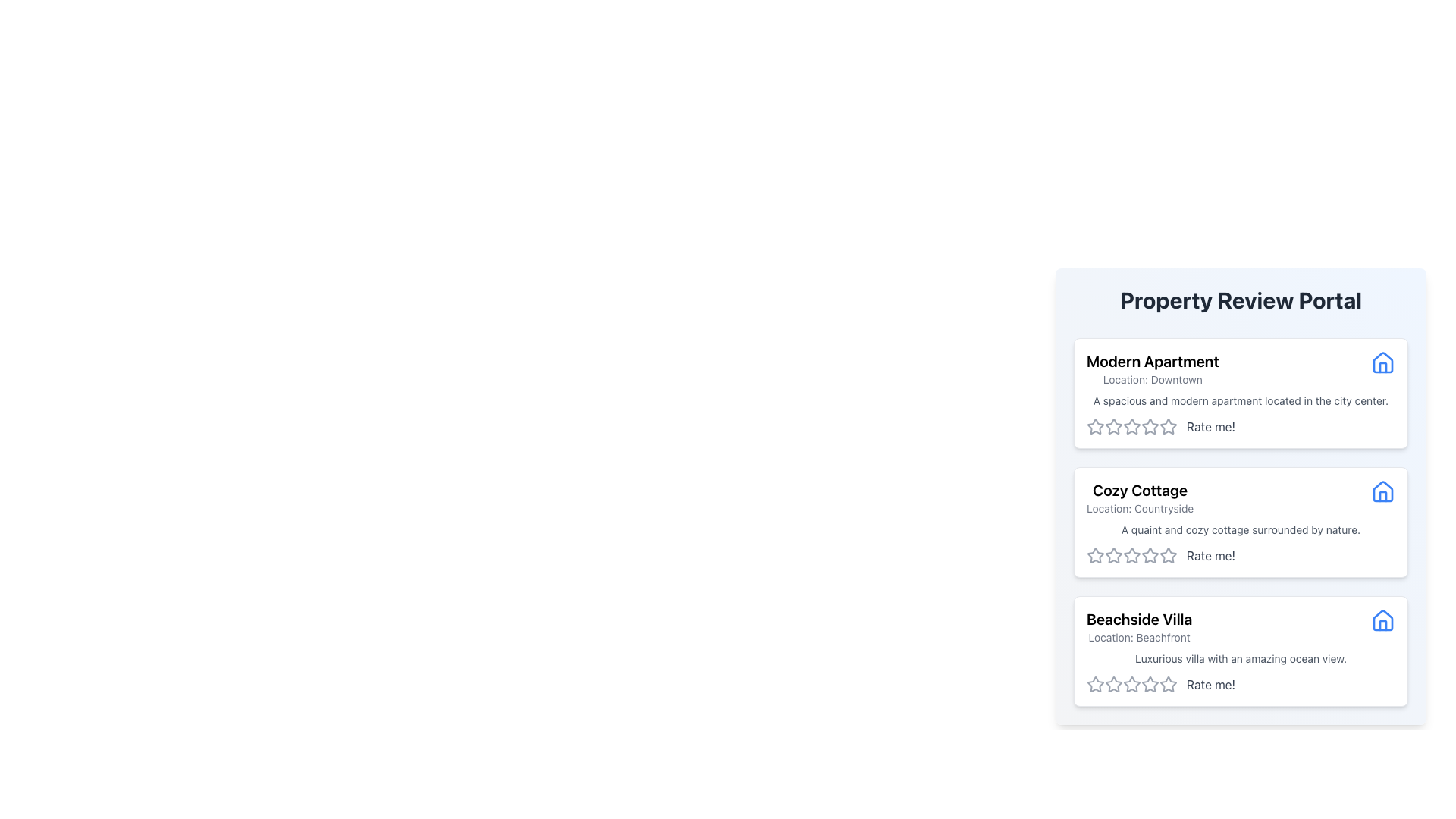  Describe the element at coordinates (1140, 491) in the screenshot. I see `the text label that serves as the title 'Cozy Cottage' in the property listing within the 'Property Review Portal'` at that location.